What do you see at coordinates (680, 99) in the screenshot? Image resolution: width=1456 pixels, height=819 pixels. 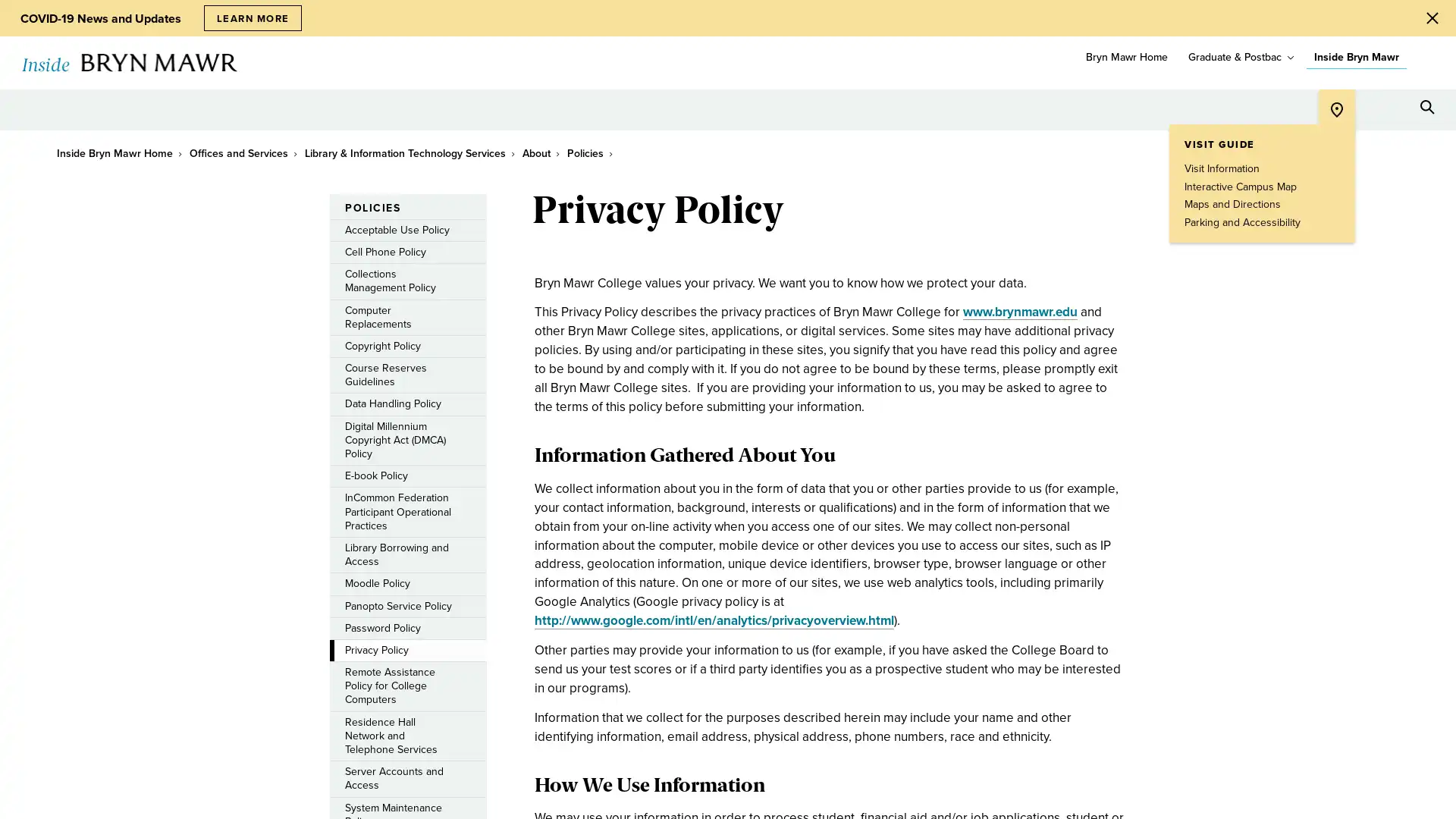 I see `toggle submenu` at bounding box center [680, 99].